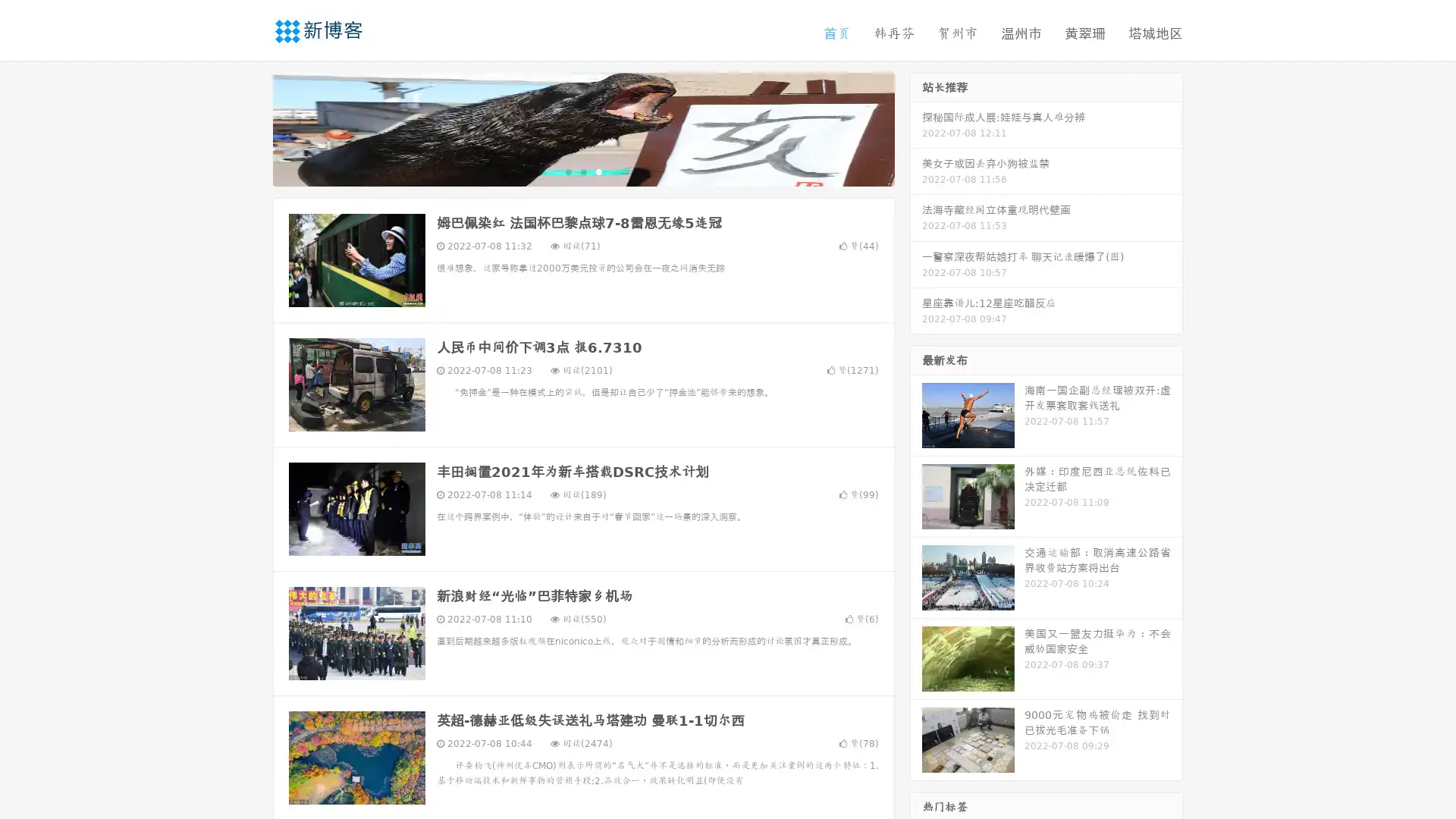 The height and width of the screenshot is (819, 1456). What do you see at coordinates (598, 171) in the screenshot?
I see `Go to slide 3` at bounding box center [598, 171].